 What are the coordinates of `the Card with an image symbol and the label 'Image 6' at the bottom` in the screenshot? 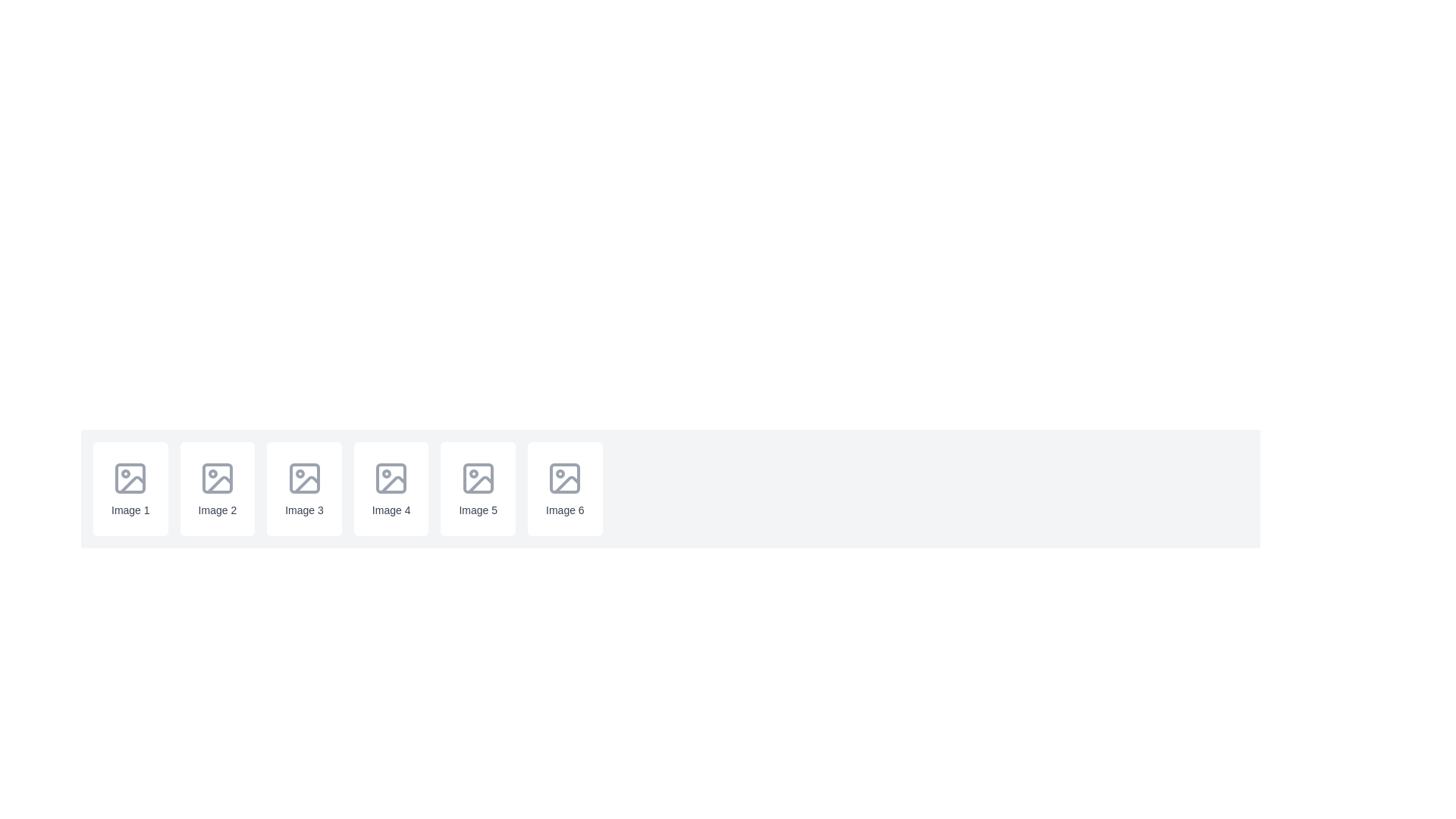 It's located at (564, 488).